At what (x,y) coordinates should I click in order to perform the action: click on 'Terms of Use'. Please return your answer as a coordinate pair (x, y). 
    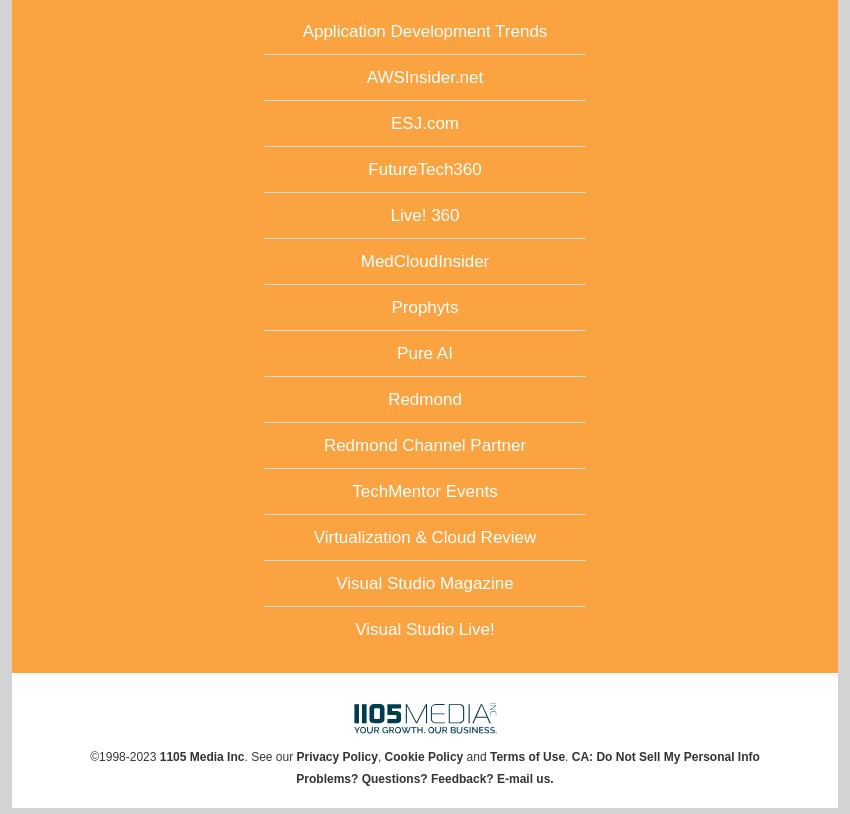
    Looking at the image, I should click on (526, 755).